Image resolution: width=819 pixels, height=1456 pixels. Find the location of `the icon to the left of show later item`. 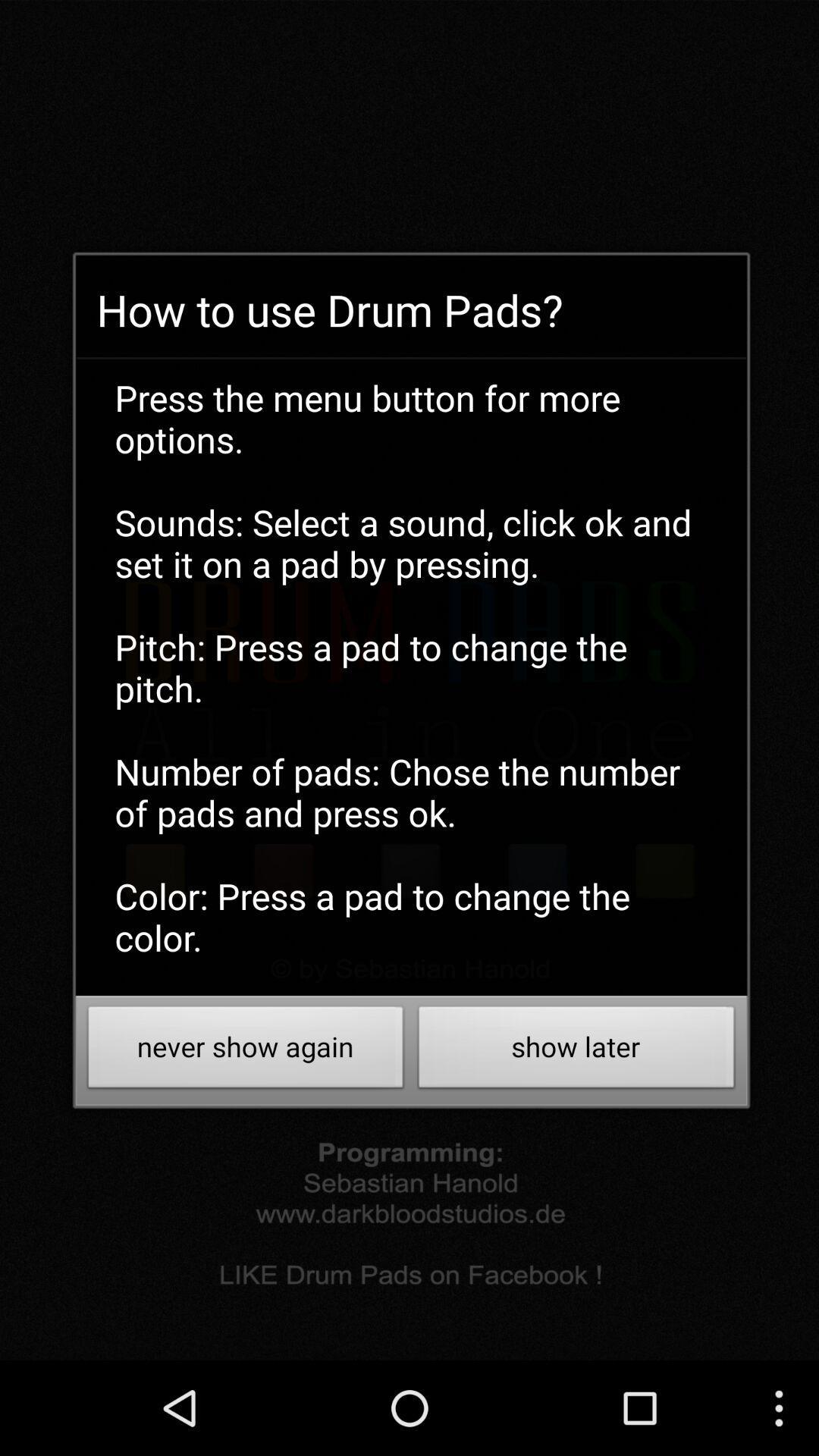

the icon to the left of show later item is located at coordinates (245, 1050).